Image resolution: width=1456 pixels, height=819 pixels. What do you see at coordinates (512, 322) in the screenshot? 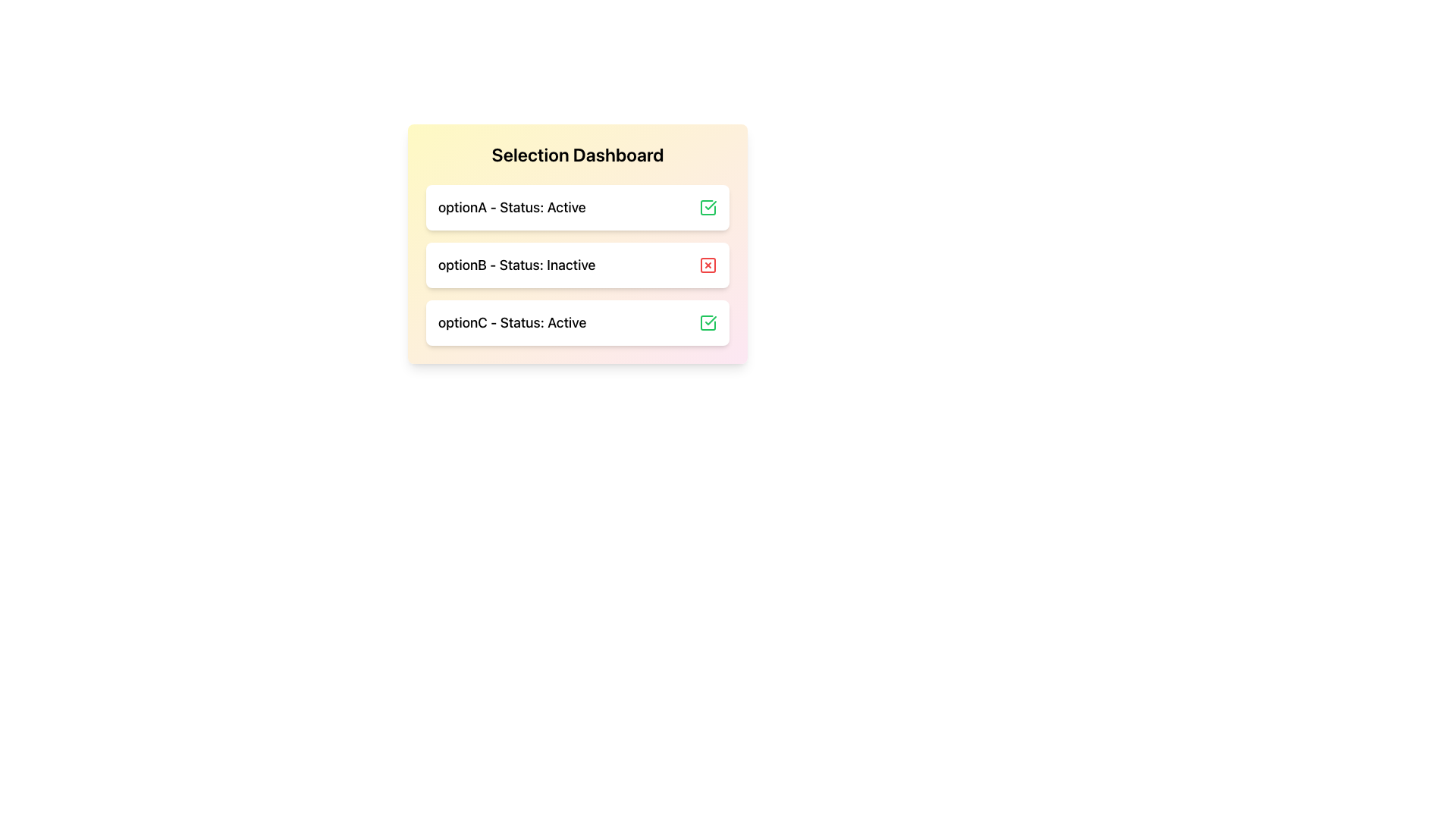
I see `the text label for 'optionC' which indicates its status as 'Active', positioned below 'optionB - Status: Inactive' and accompanied by a green checkmark icon` at bounding box center [512, 322].